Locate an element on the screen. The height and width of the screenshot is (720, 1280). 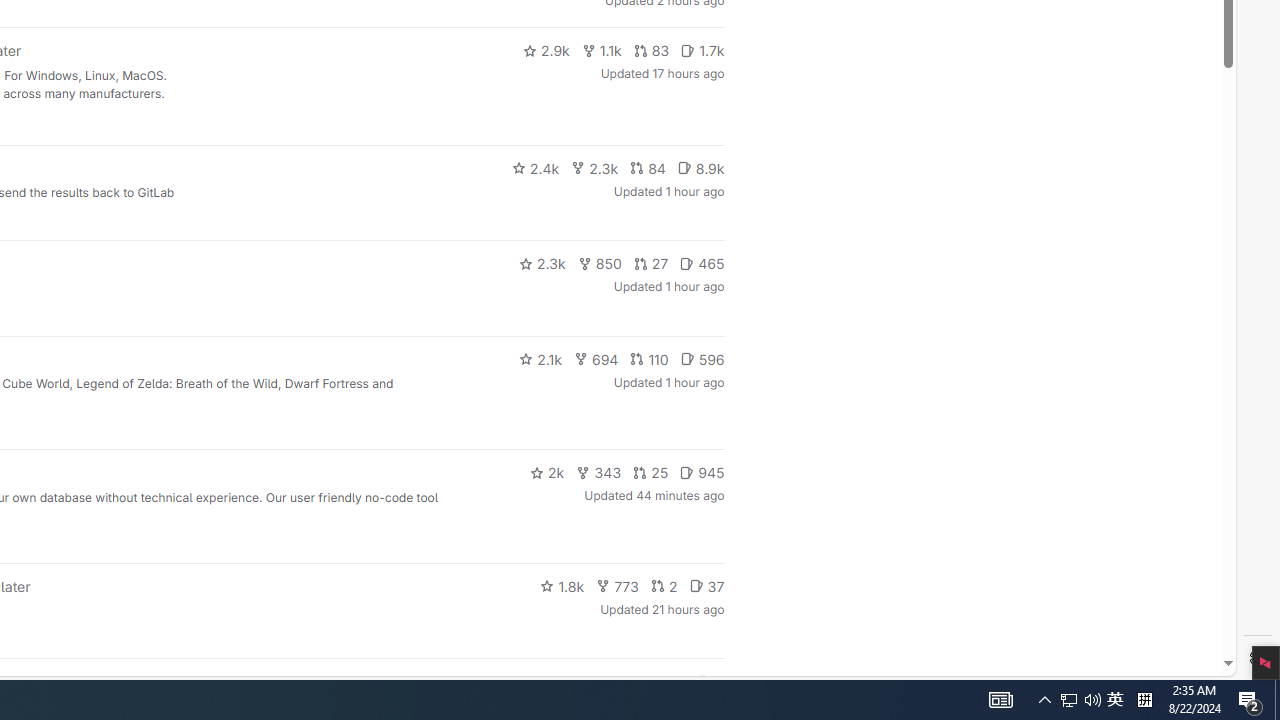
'694' is located at coordinates (595, 357).